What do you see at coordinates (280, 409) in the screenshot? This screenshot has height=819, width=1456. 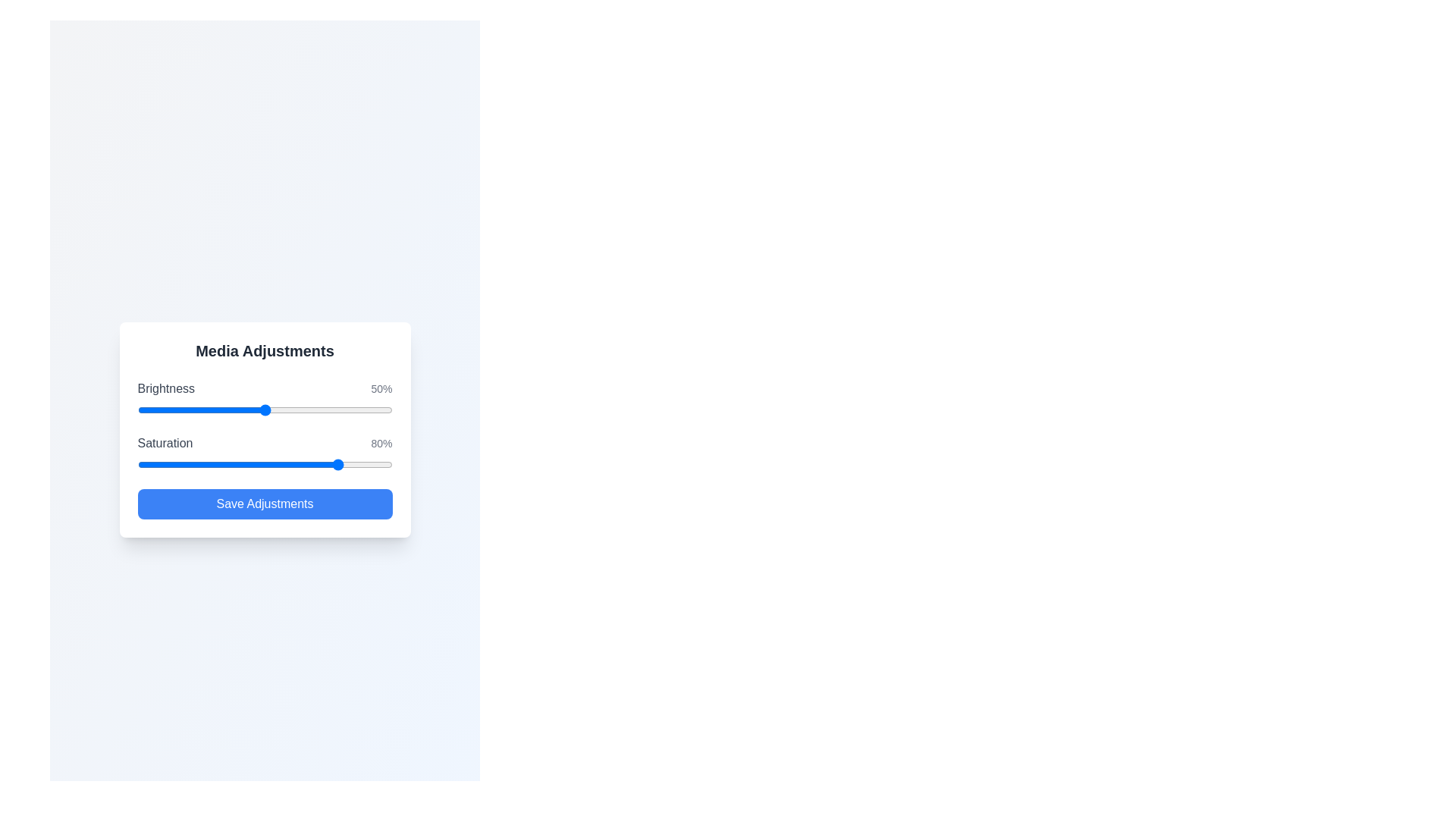 I see `the brightness slider to 56%` at bounding box center [280, 409].